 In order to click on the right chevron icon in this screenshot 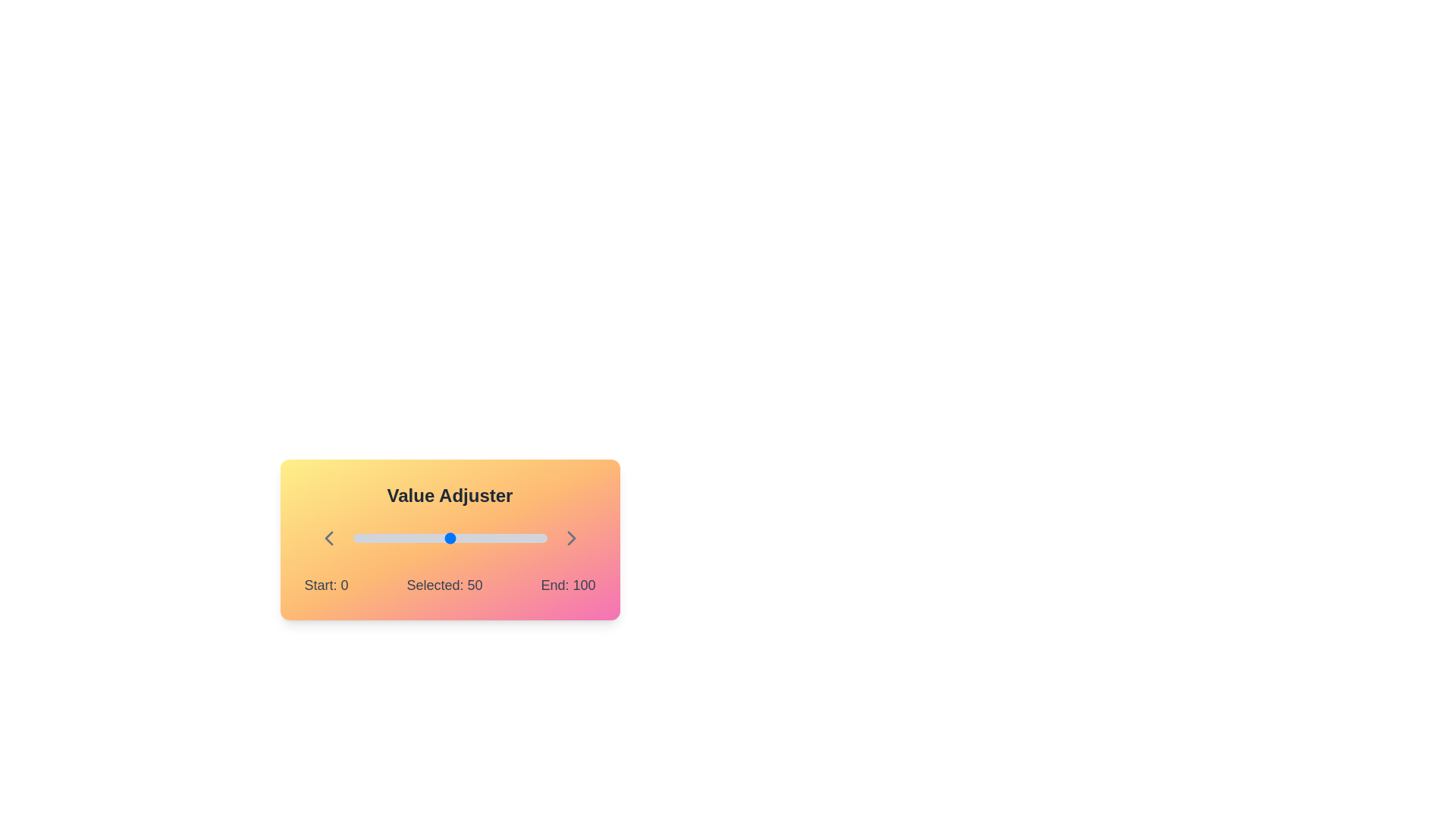, I will do `click(570, 537)`.